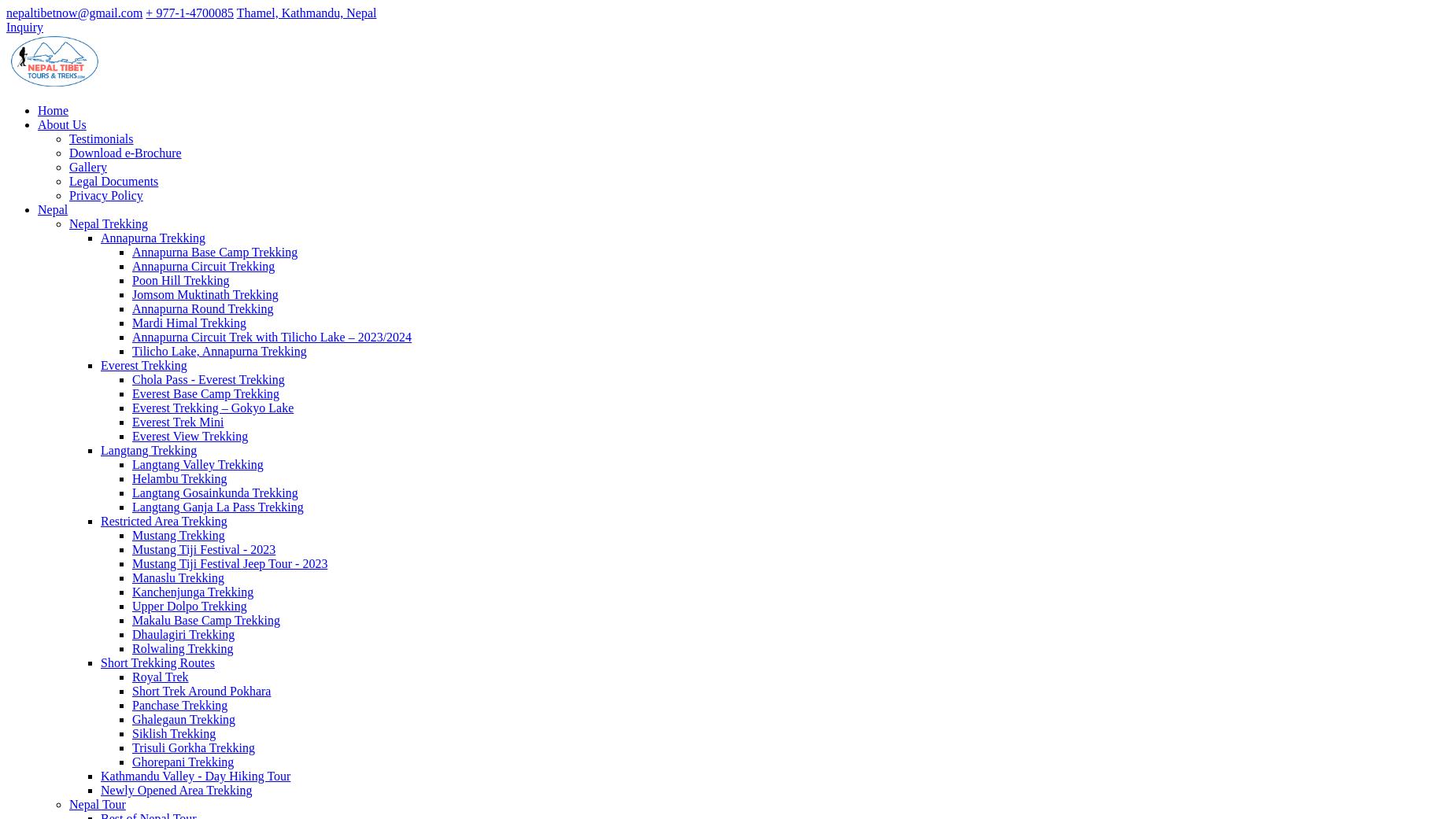 Image resolution: width=1456 pixels, height=819 pixels. I want to click on 'Ghalegaun Trekking', so click(183, 718).